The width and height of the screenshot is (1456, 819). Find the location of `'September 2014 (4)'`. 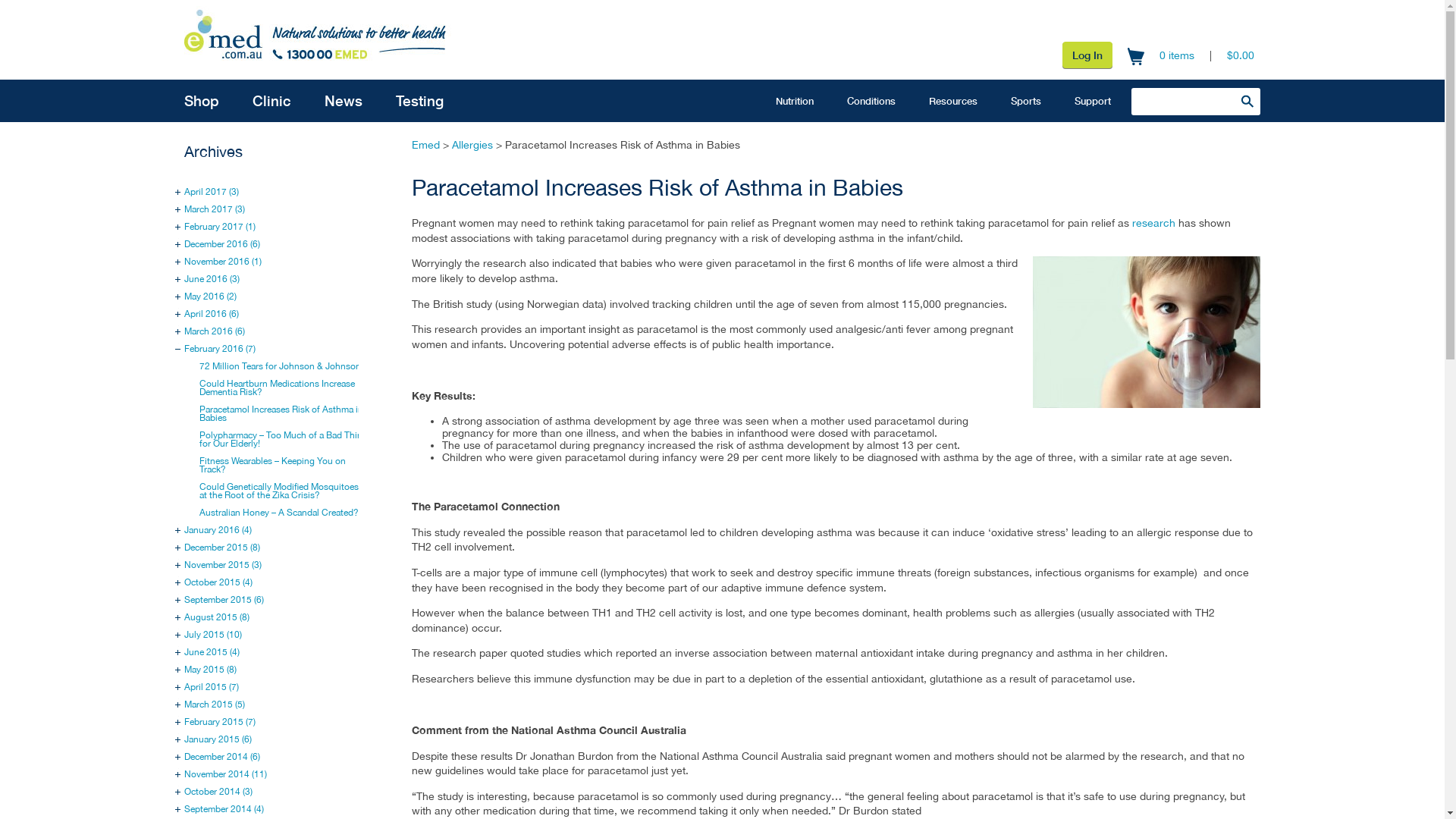

'September 2014 (4)' is located at coordinates (223, 808).